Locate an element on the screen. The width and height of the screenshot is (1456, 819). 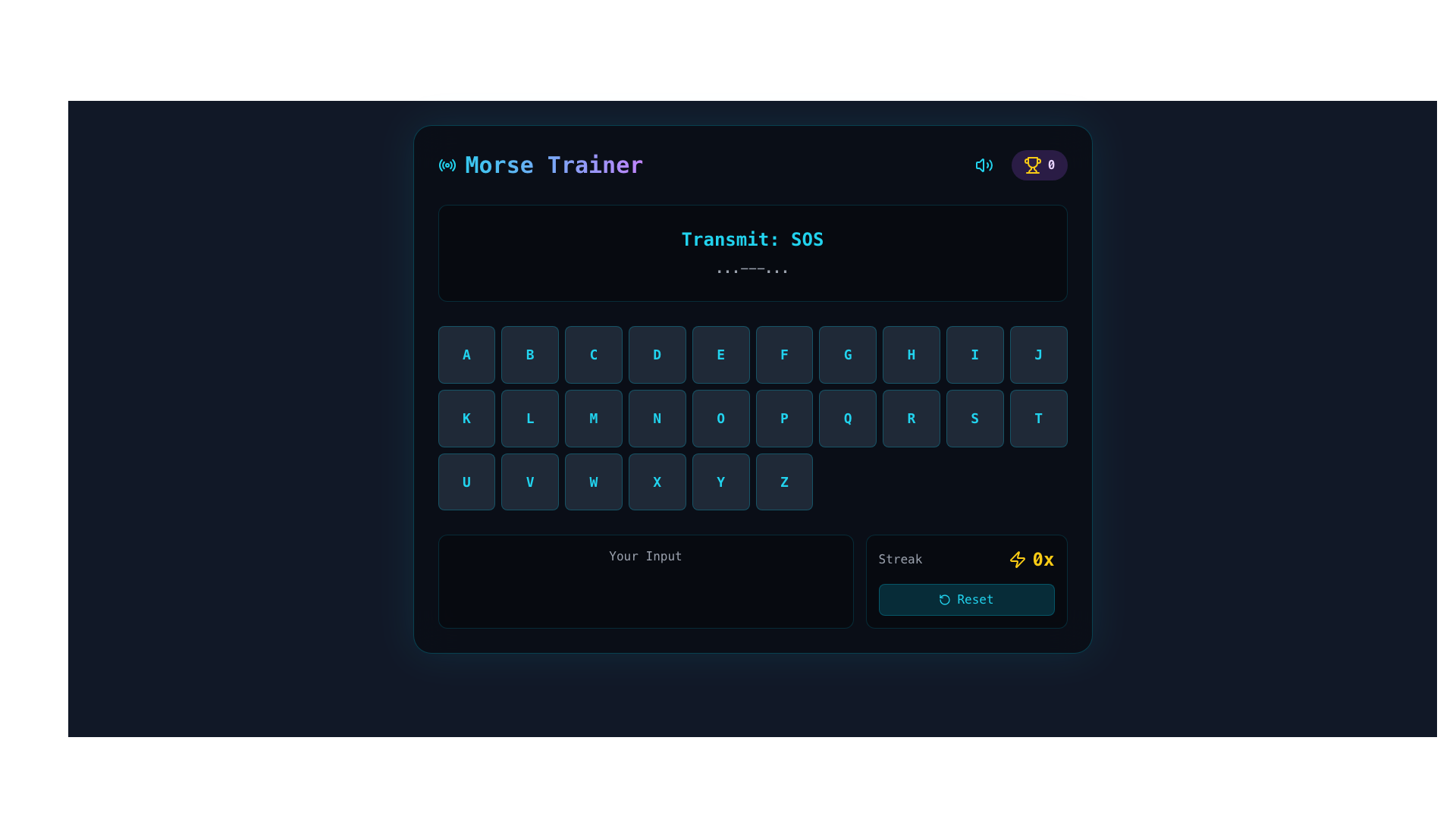
the lightning-shaped icon in neon yellow located at the bottom-right corner, near the '0x' indicator and 'Reset' button is located at coordinates (1017, 560).